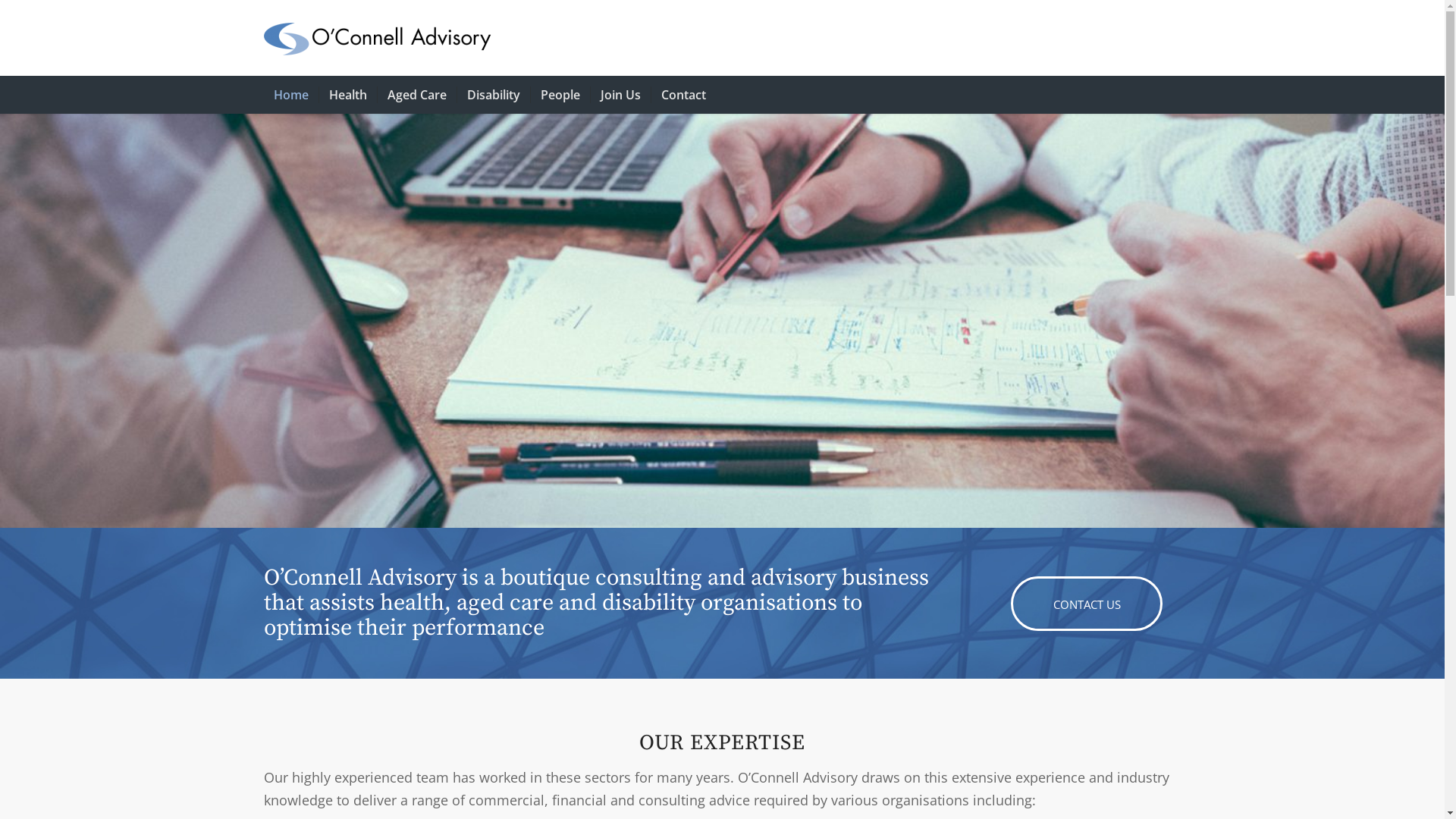  What do you see at coordinates (347, 94) in the screenshot?
I see `'Health'` at bounding box center [347, 94].